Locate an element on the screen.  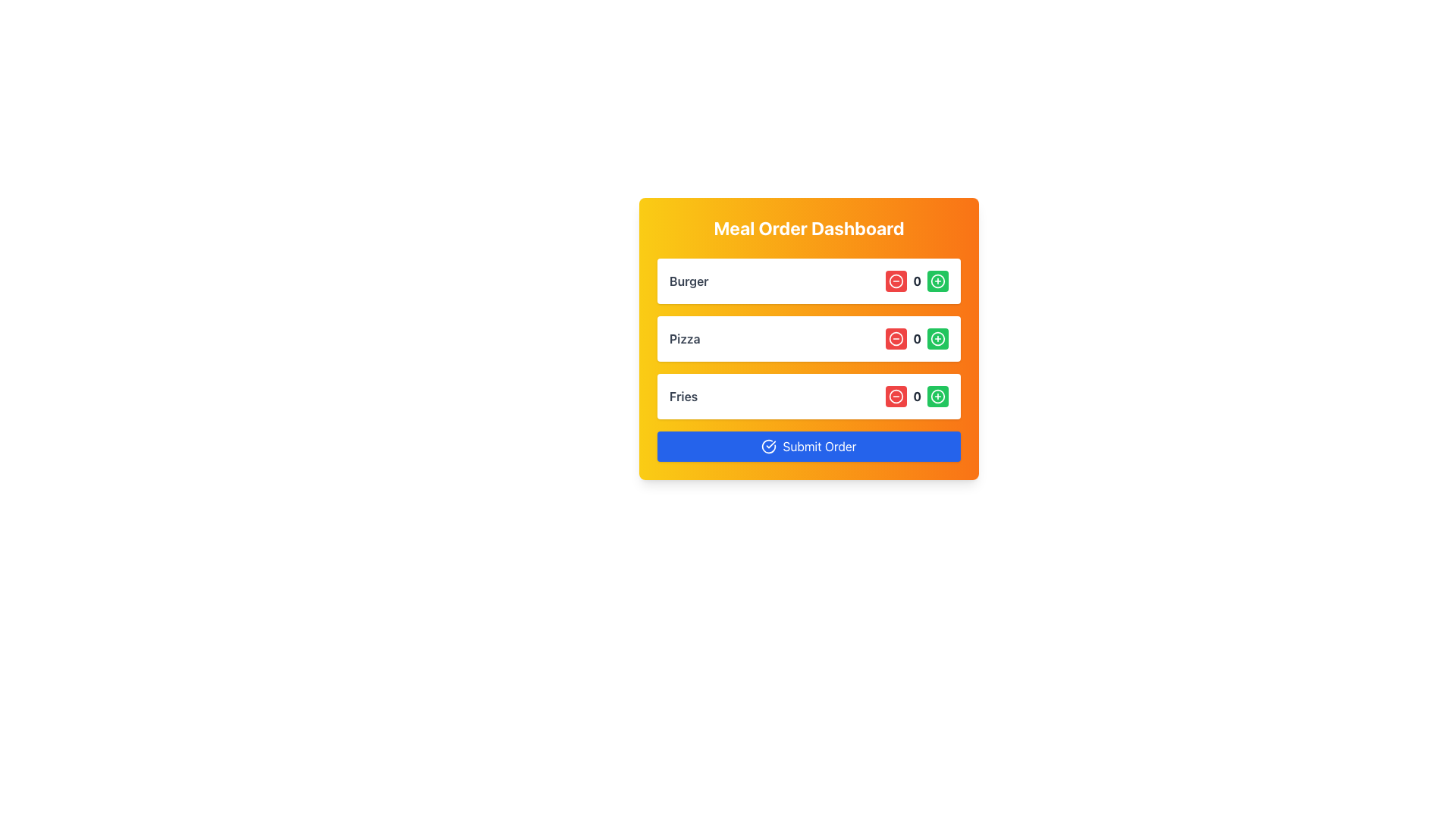
the static text label displaying the word 'Burger', which is in bold and medium-sized dark gray font, located at the left side of the first item in a vertical list of order options is located at coordinates (688, 281).